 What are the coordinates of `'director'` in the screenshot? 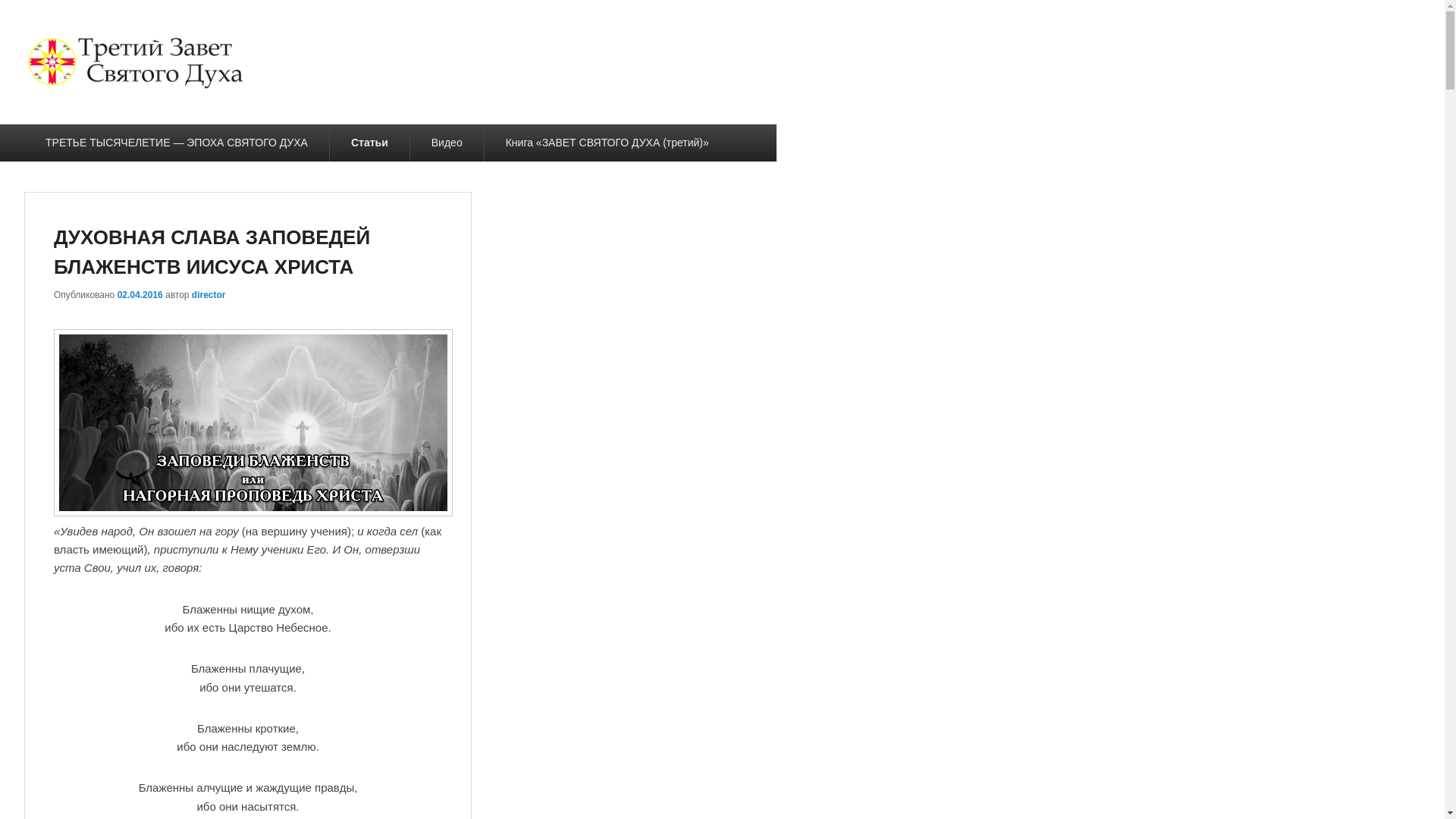 It's located at (208, 295).